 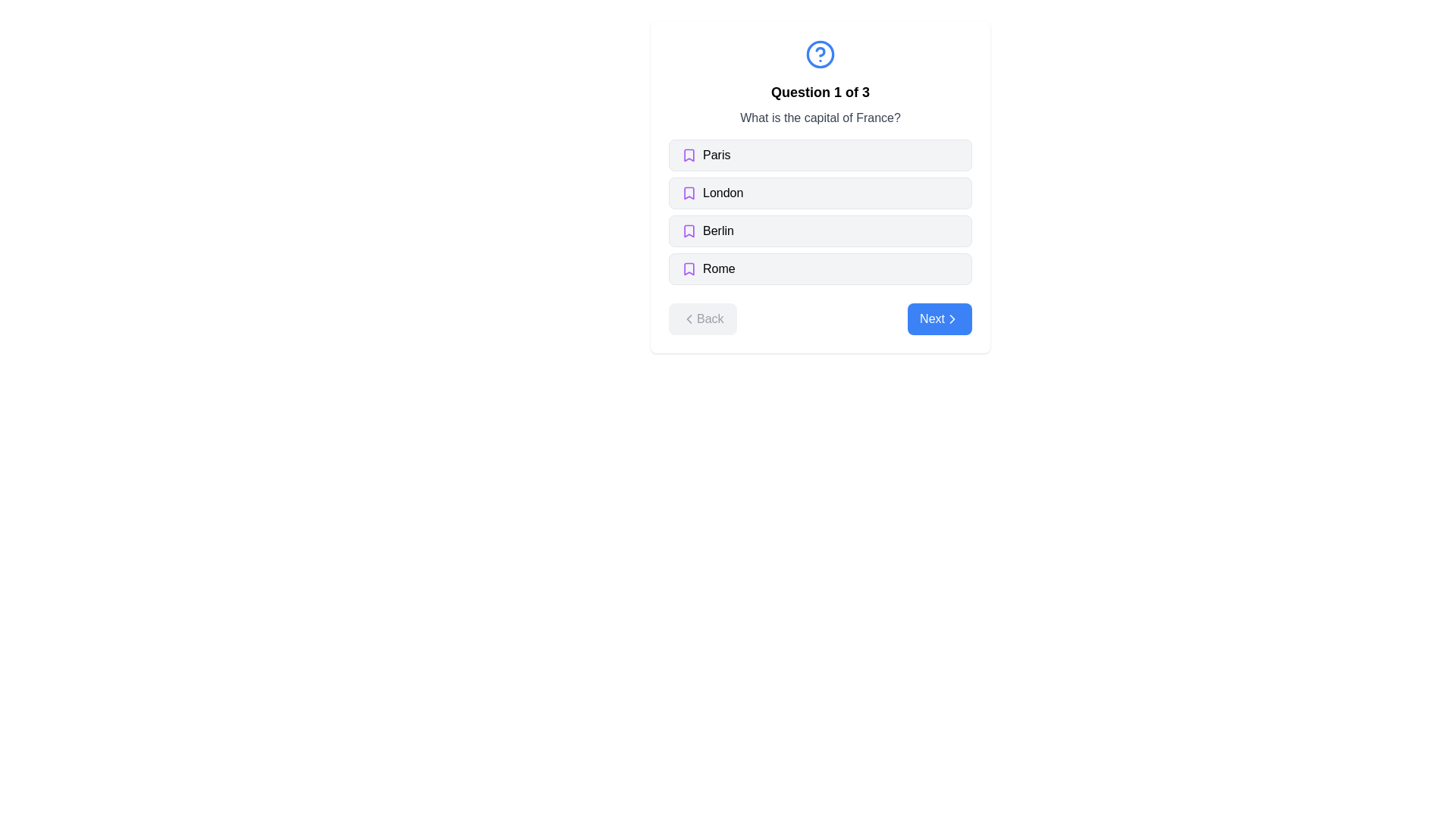 I want to click on the interactive button representing a possible answer choice in the multiple-choice selection interface, so click(x=819, y=212).